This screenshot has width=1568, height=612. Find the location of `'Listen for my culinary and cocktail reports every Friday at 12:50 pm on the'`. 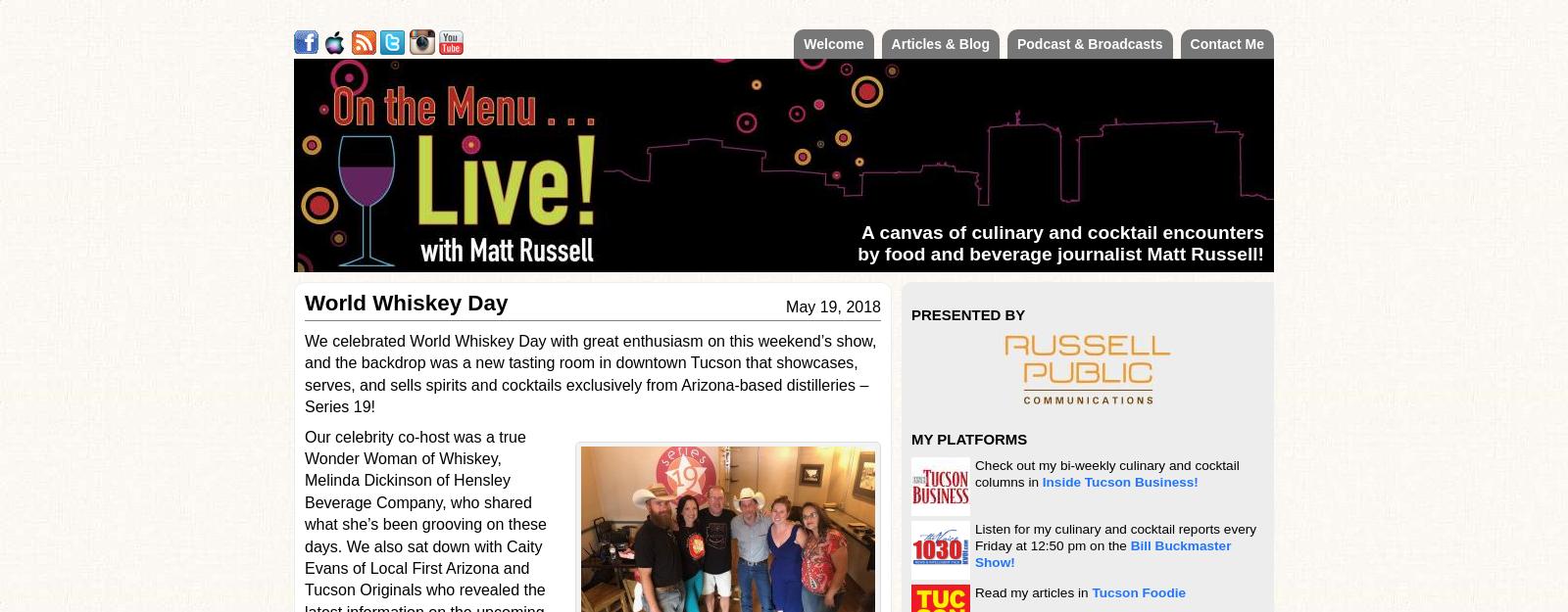

'Listen for my culinary and cocktail reports every Friday at 12:50 pm on the' is located at coordinates (1115, 538).